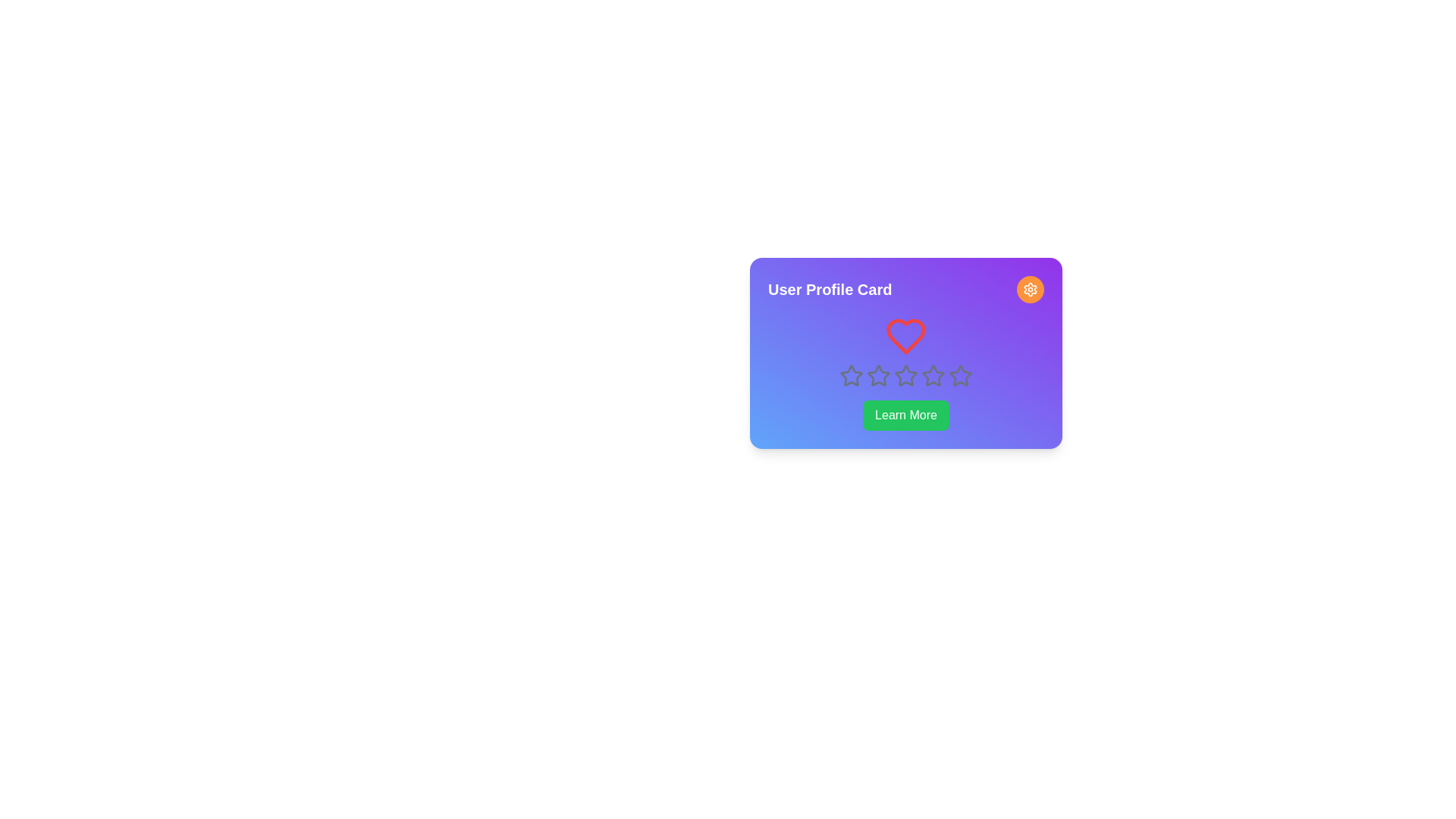 The image size is (1456, 819). I want to click on the fourth star icon in the rating interface, so click(932, 375).